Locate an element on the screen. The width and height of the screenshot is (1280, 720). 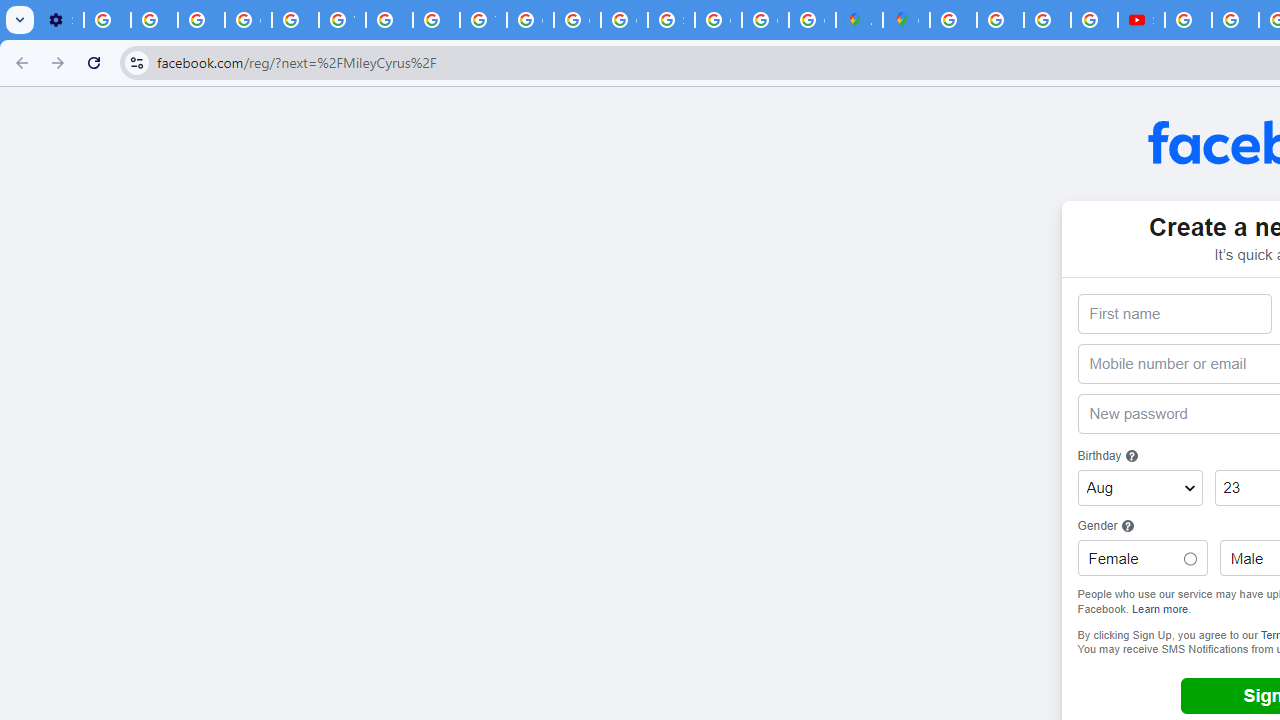
'Settings - Customize profile' is located at coordinates (60, 20).